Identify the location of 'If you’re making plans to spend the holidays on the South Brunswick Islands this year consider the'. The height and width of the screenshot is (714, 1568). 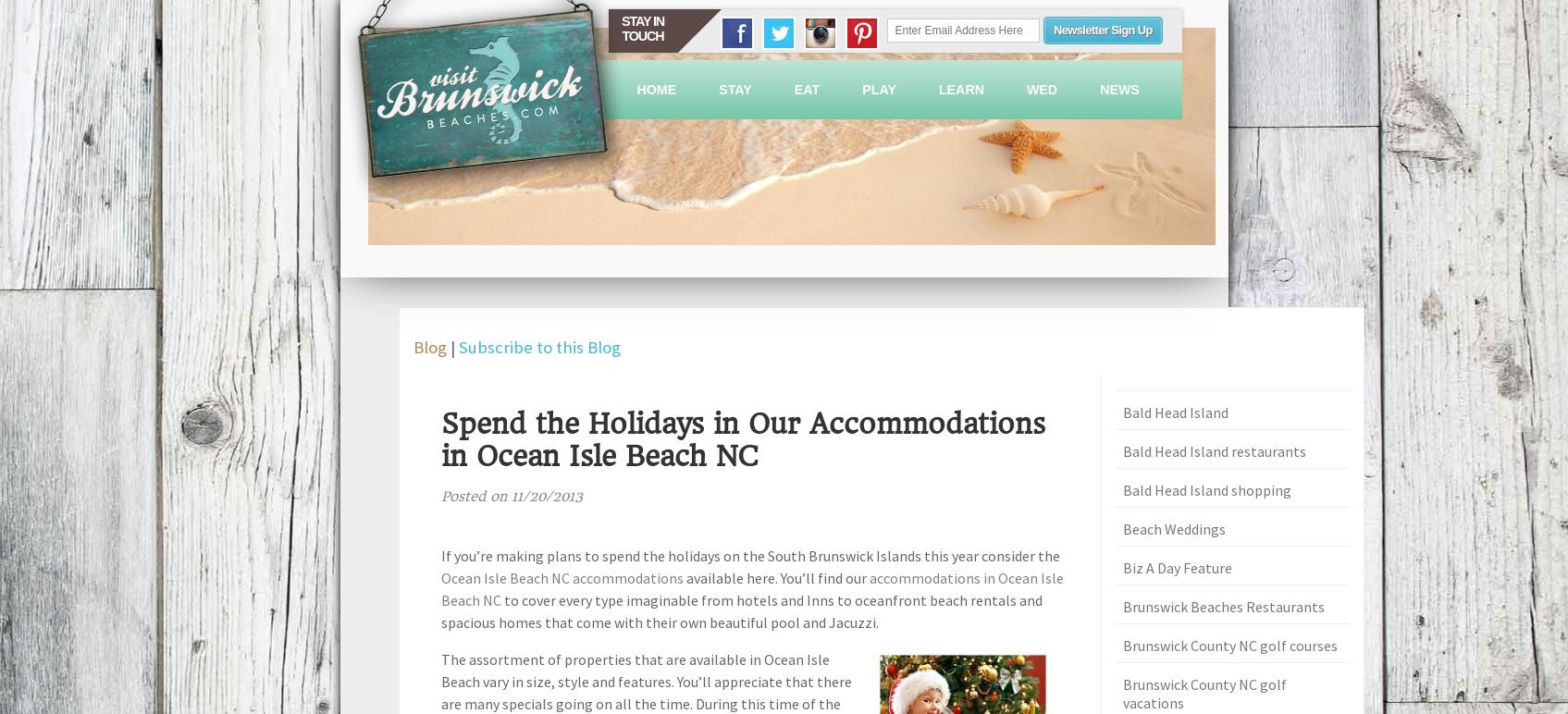
(438, 554).